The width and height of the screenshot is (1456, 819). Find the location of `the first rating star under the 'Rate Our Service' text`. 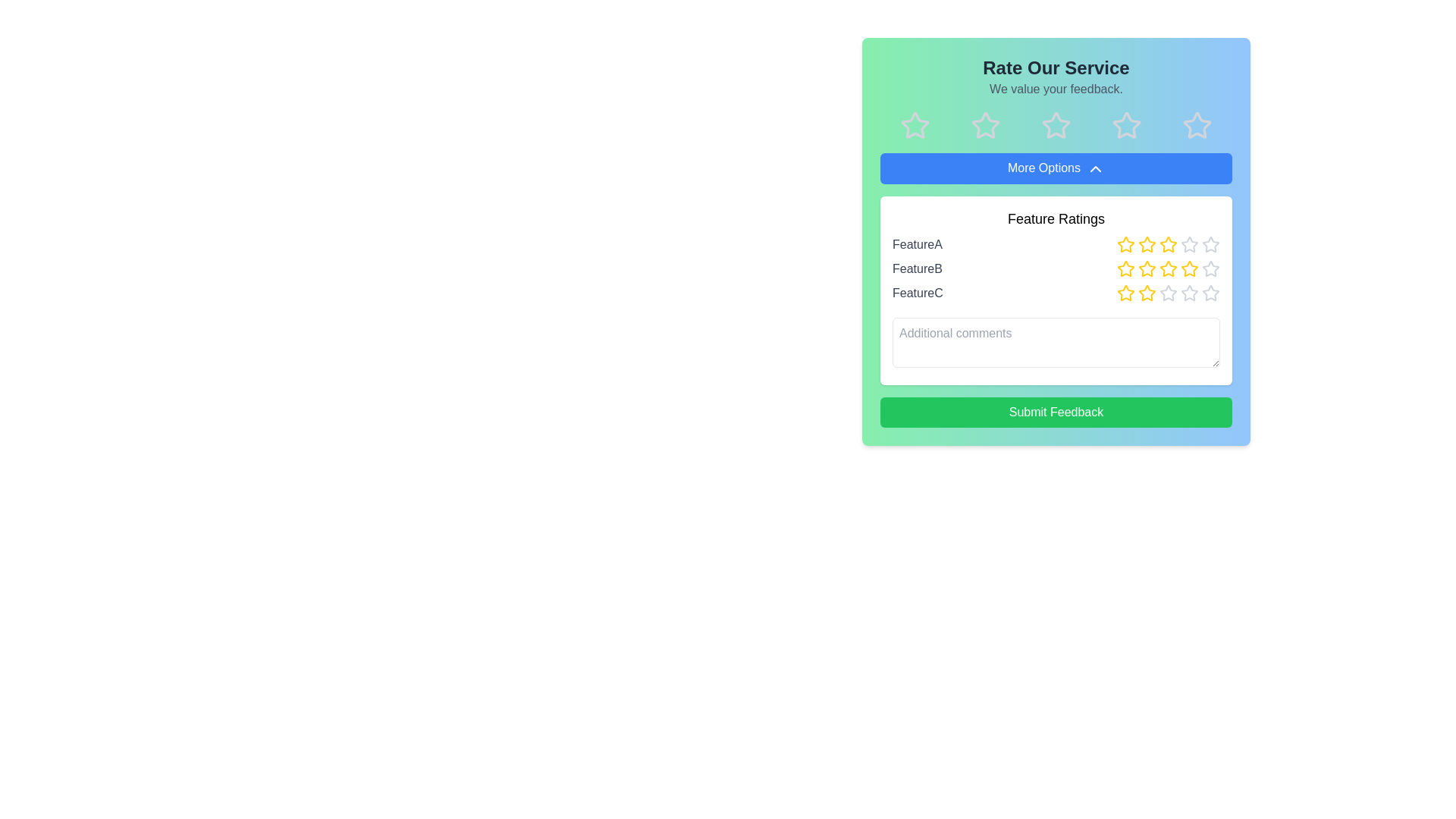

the first rating star under the 'Rate Our Service' text is located at coordinates (915, 124).